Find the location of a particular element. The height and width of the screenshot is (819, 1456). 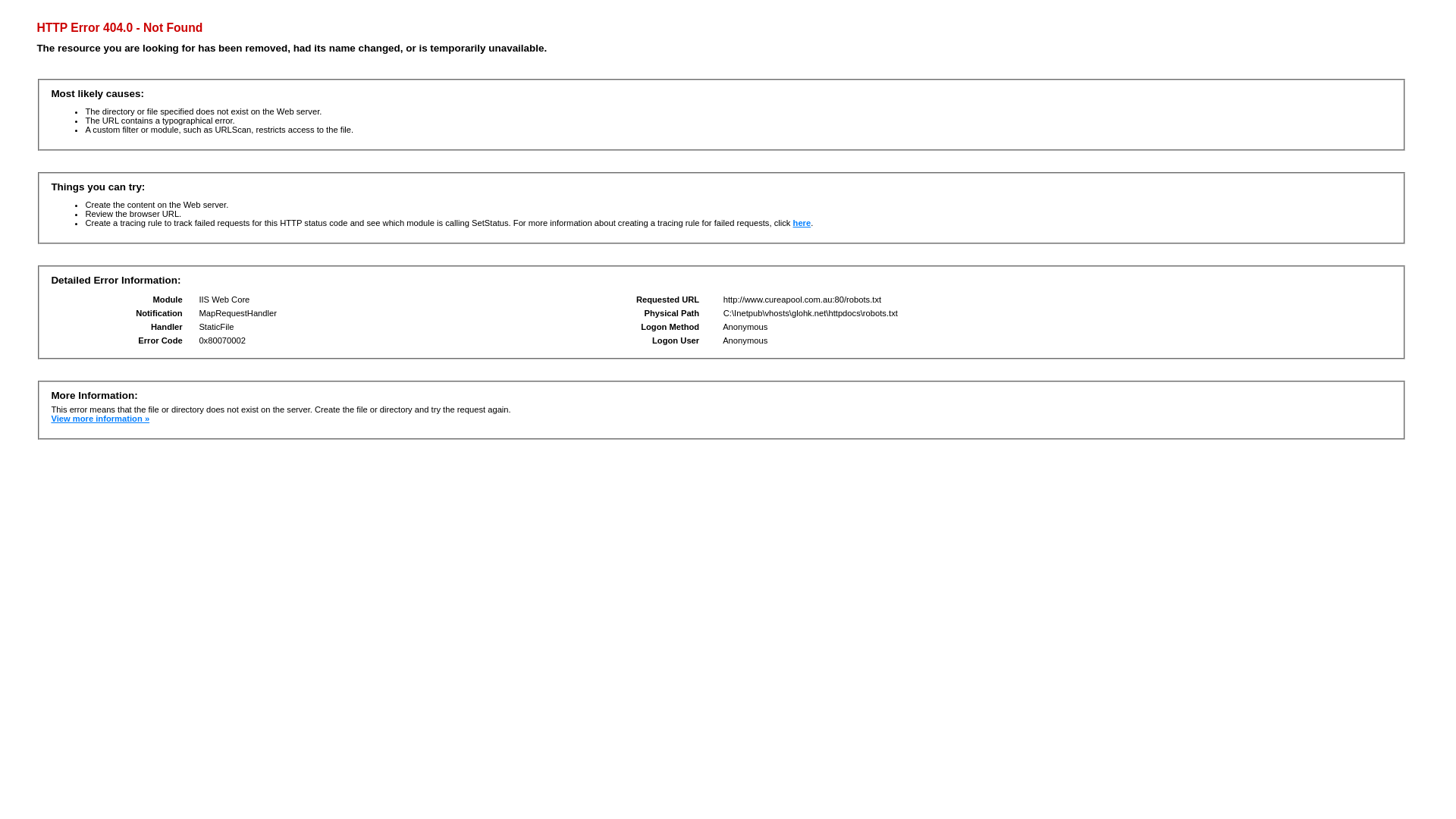

'here' is located at coordinates (792, 222).